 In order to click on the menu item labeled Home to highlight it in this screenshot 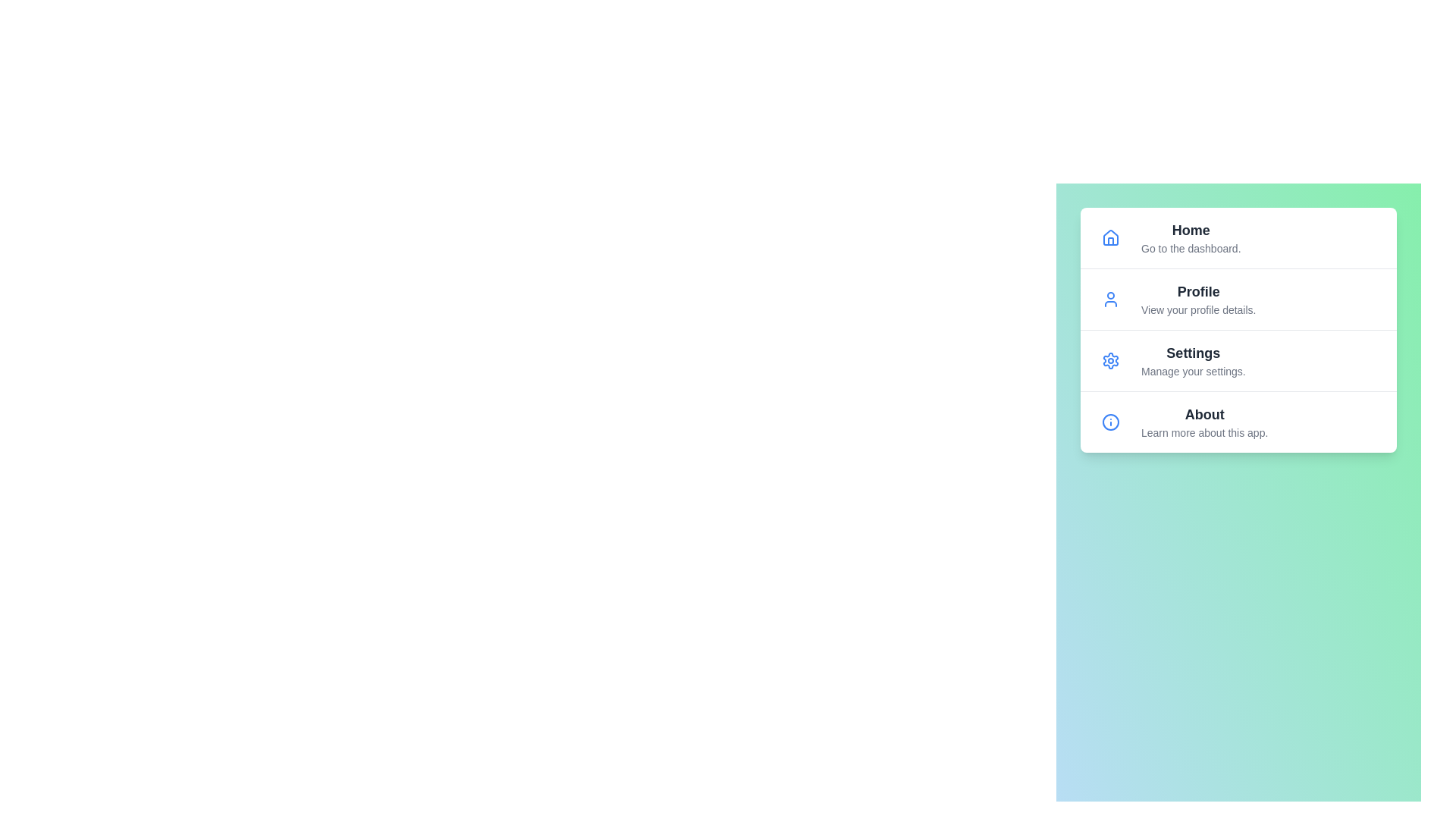, I will do `click(1238, 237)`.